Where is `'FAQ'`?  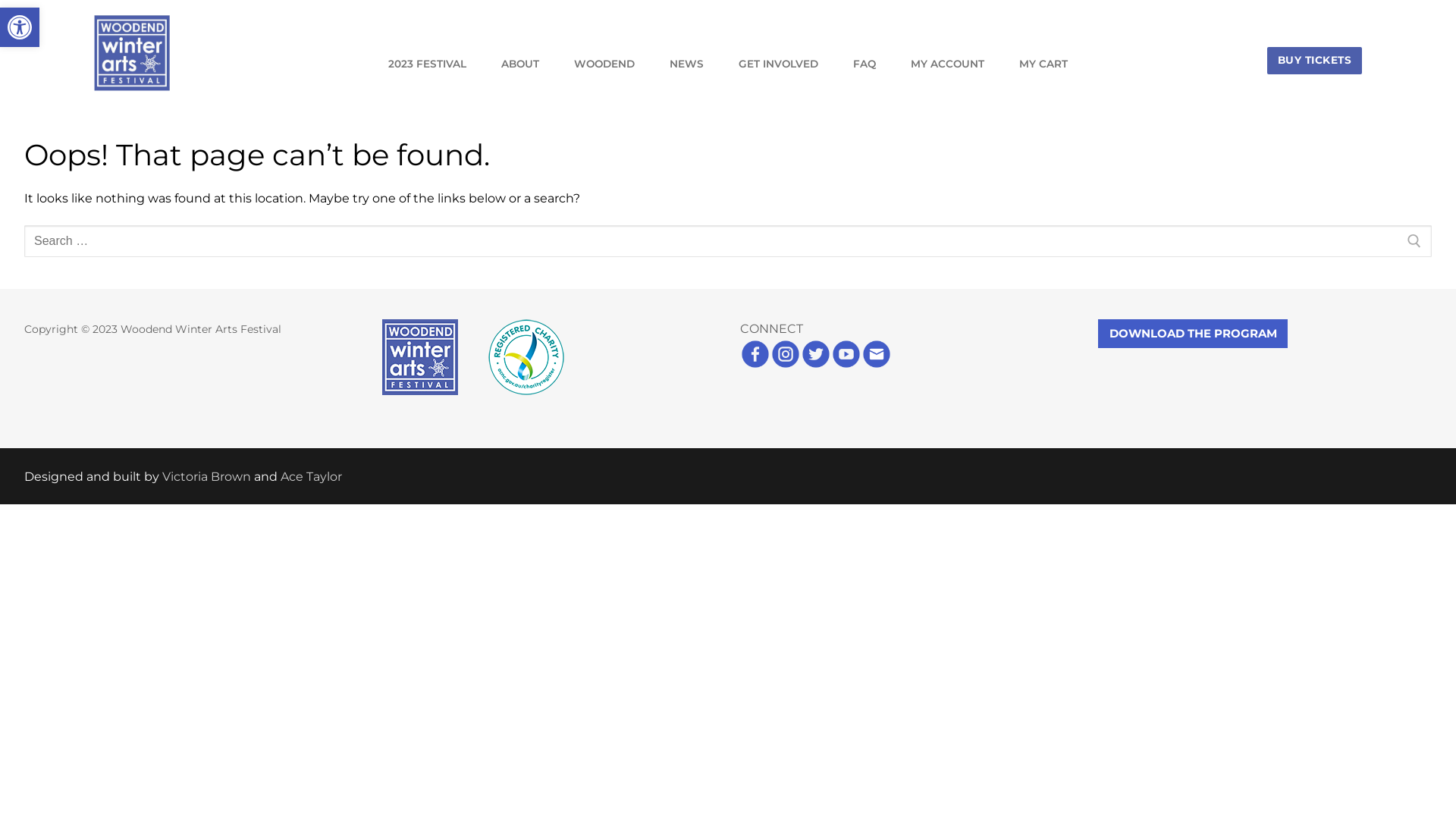 'FAQ' is located at coordinates (864, 63).